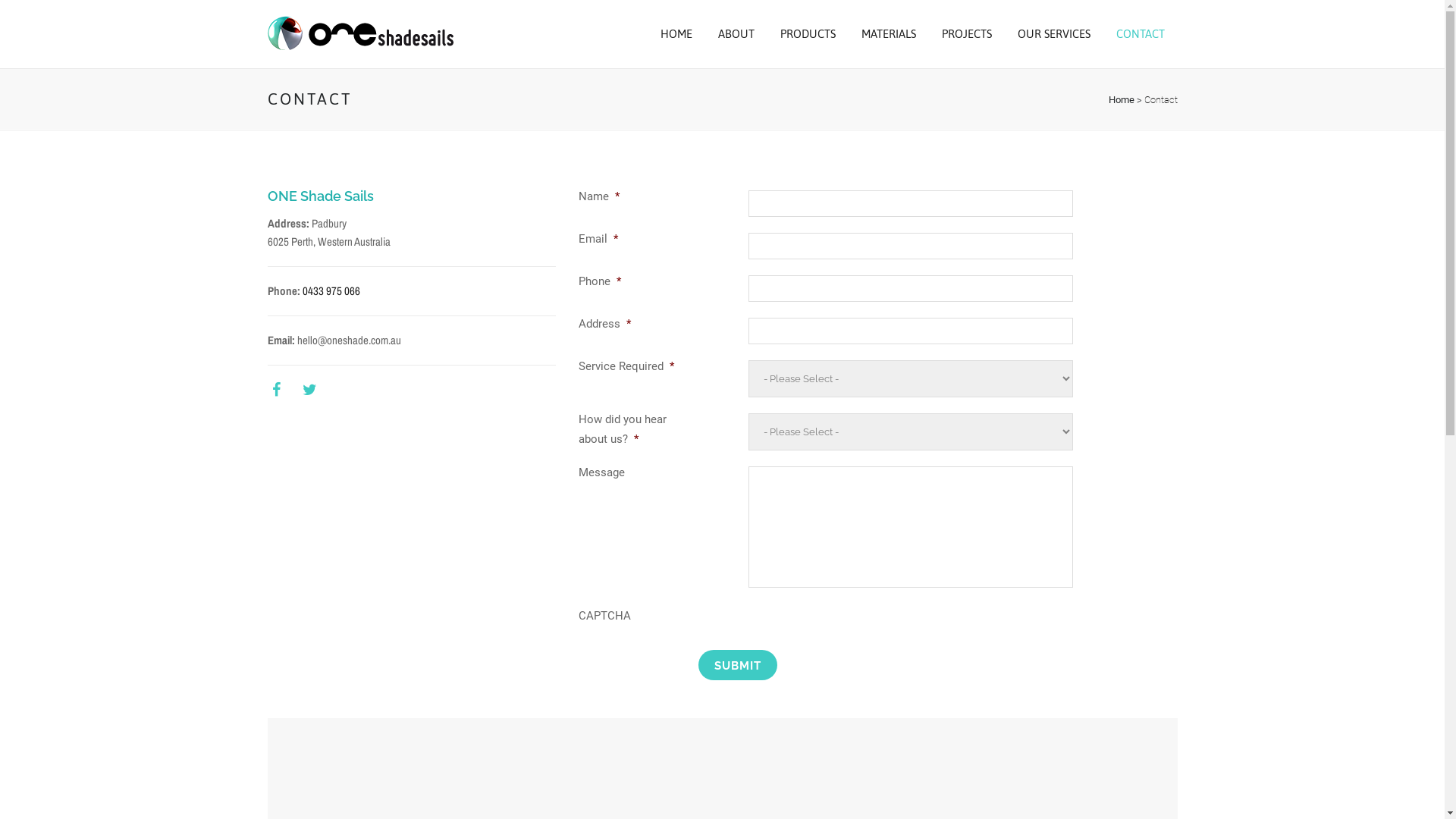 This screenshot has height=819, width=1456. I want to click on 'ABOUT', so click(736, 34).